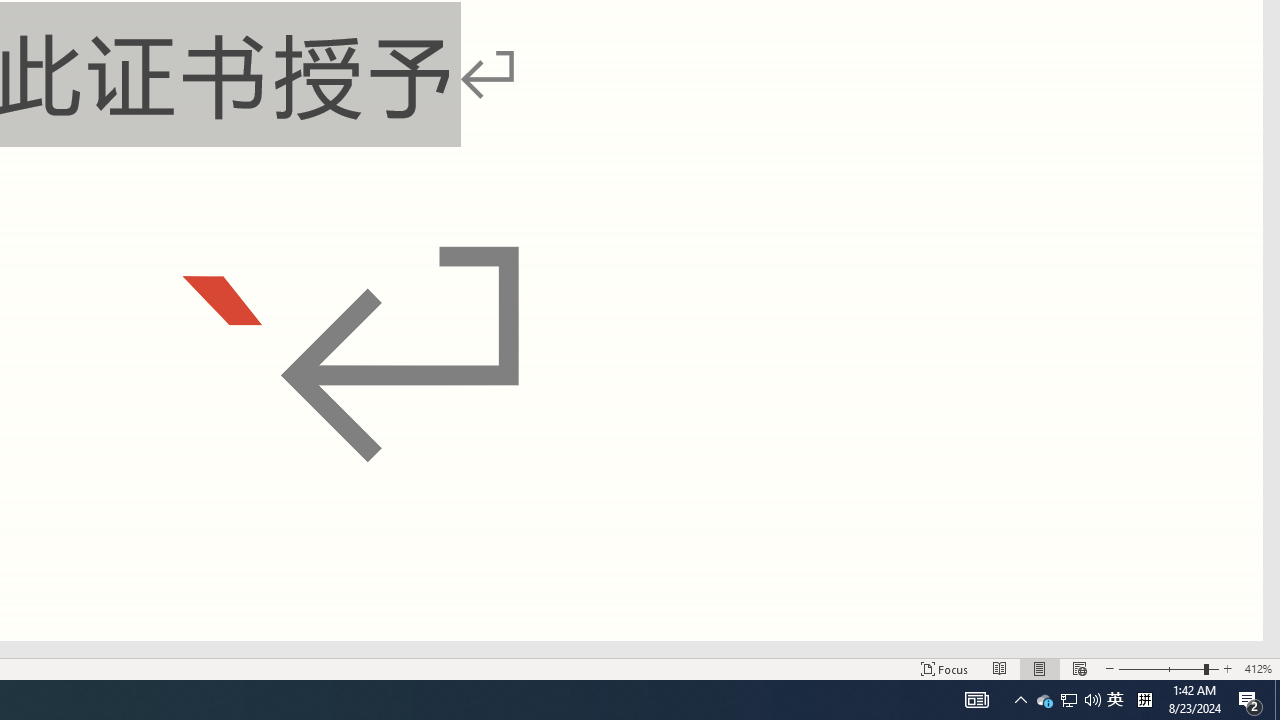 The image size is (1280, 720). I want to click on 'Zoom 412%', so click(1257, 669).